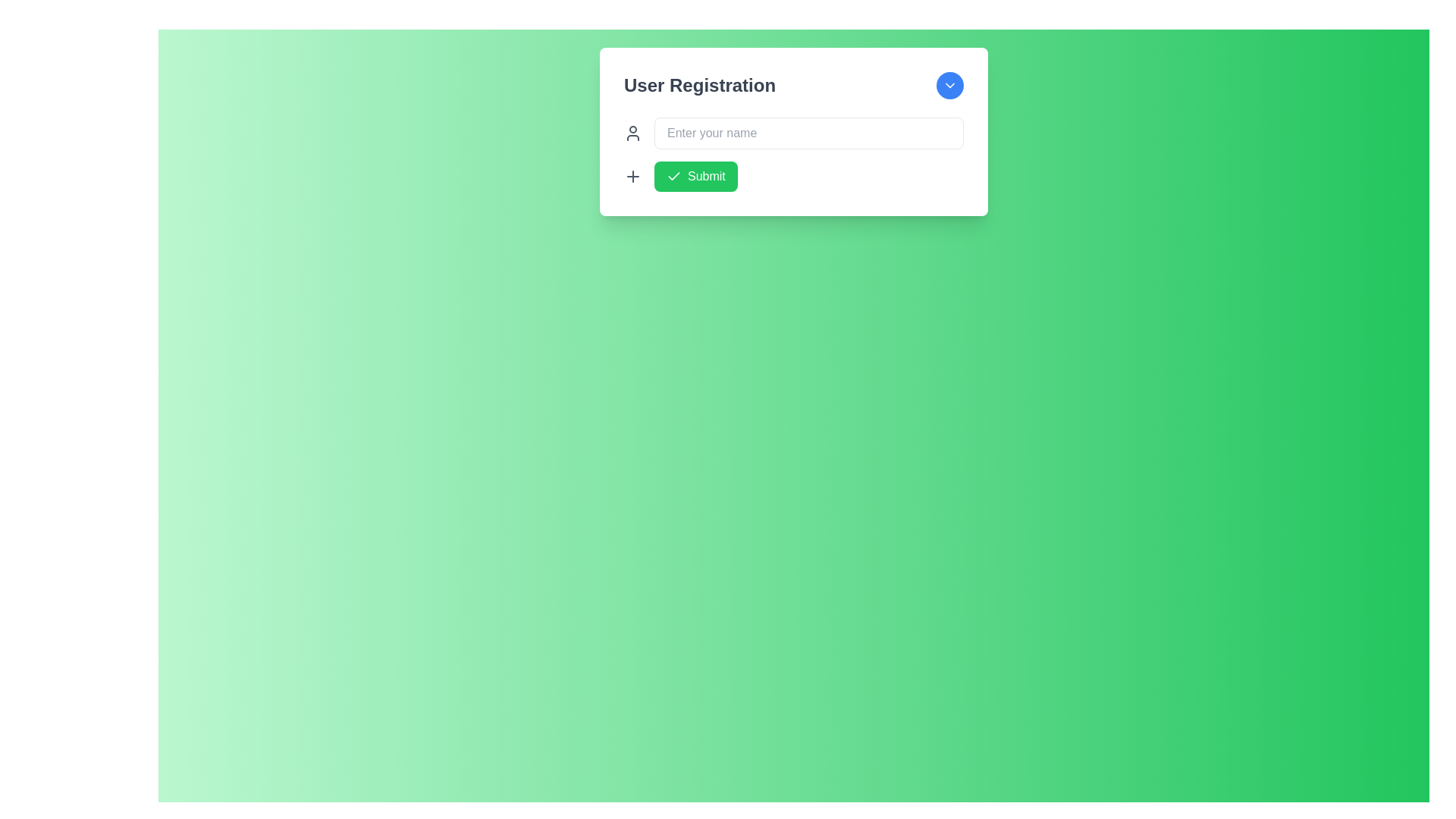 This screenshot has height=819, width=1456. Describe the element at coordinates (673, 175) in the screenshot. I see `the small checkmark icon with a green background located inside the 'Submit' button` at that location.